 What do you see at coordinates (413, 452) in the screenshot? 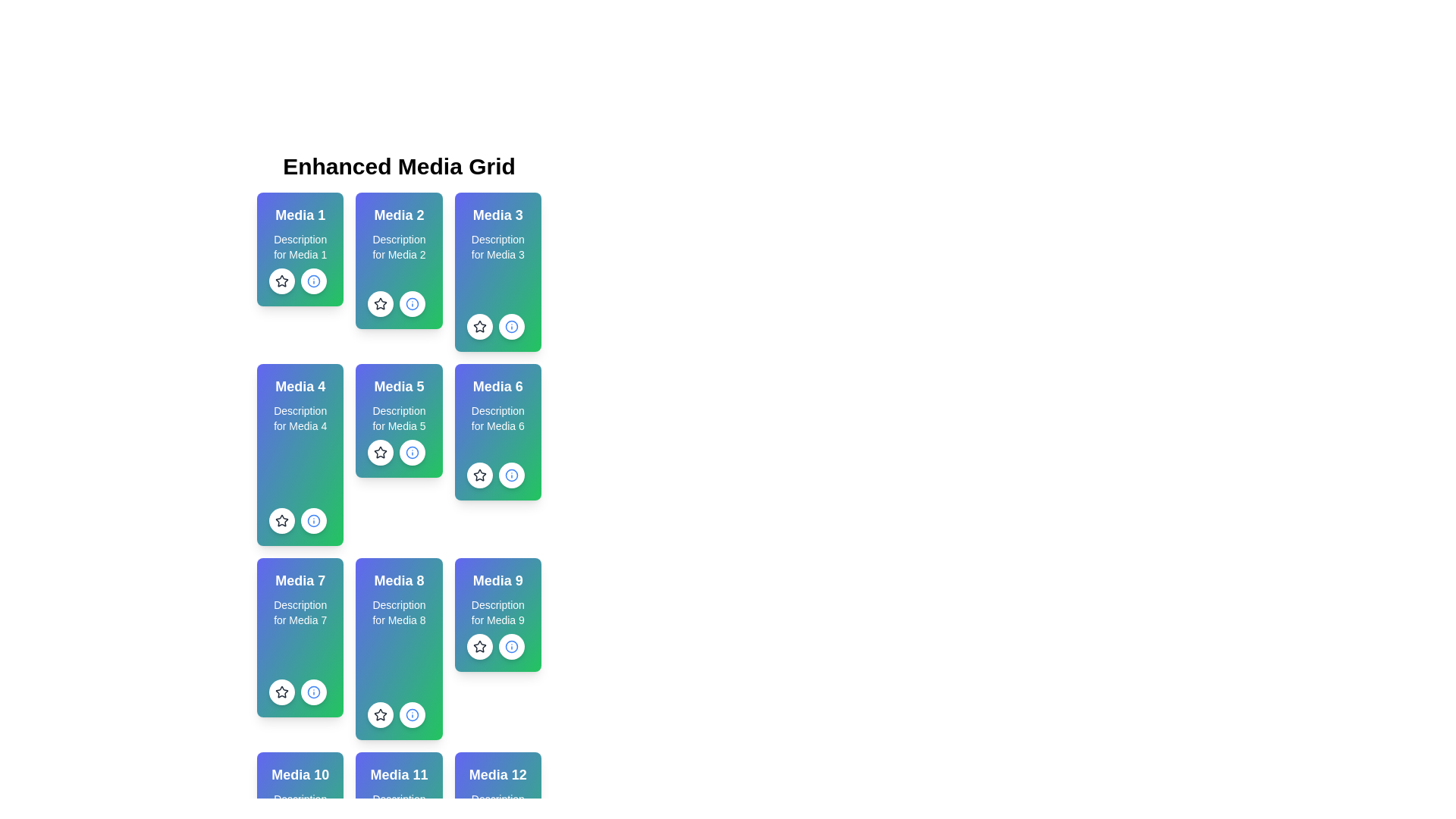
I see `the circular button with a blue border and a white background, containing an 'i' icon in blue, located at the bottom-right corner of the Media 5 card` at bounding box center [413, 452].